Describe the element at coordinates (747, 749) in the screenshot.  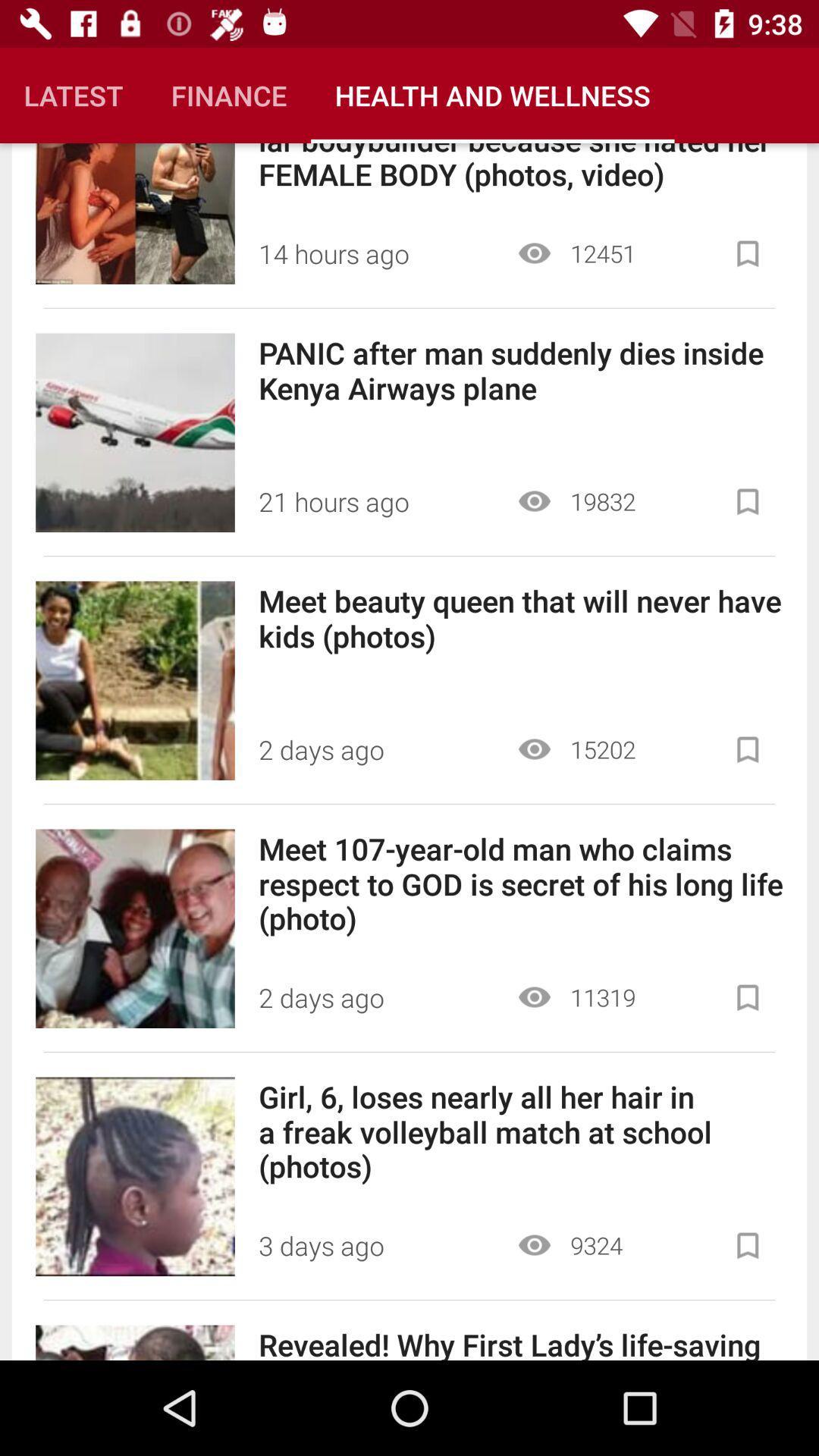
I see `to saved list` at that location.